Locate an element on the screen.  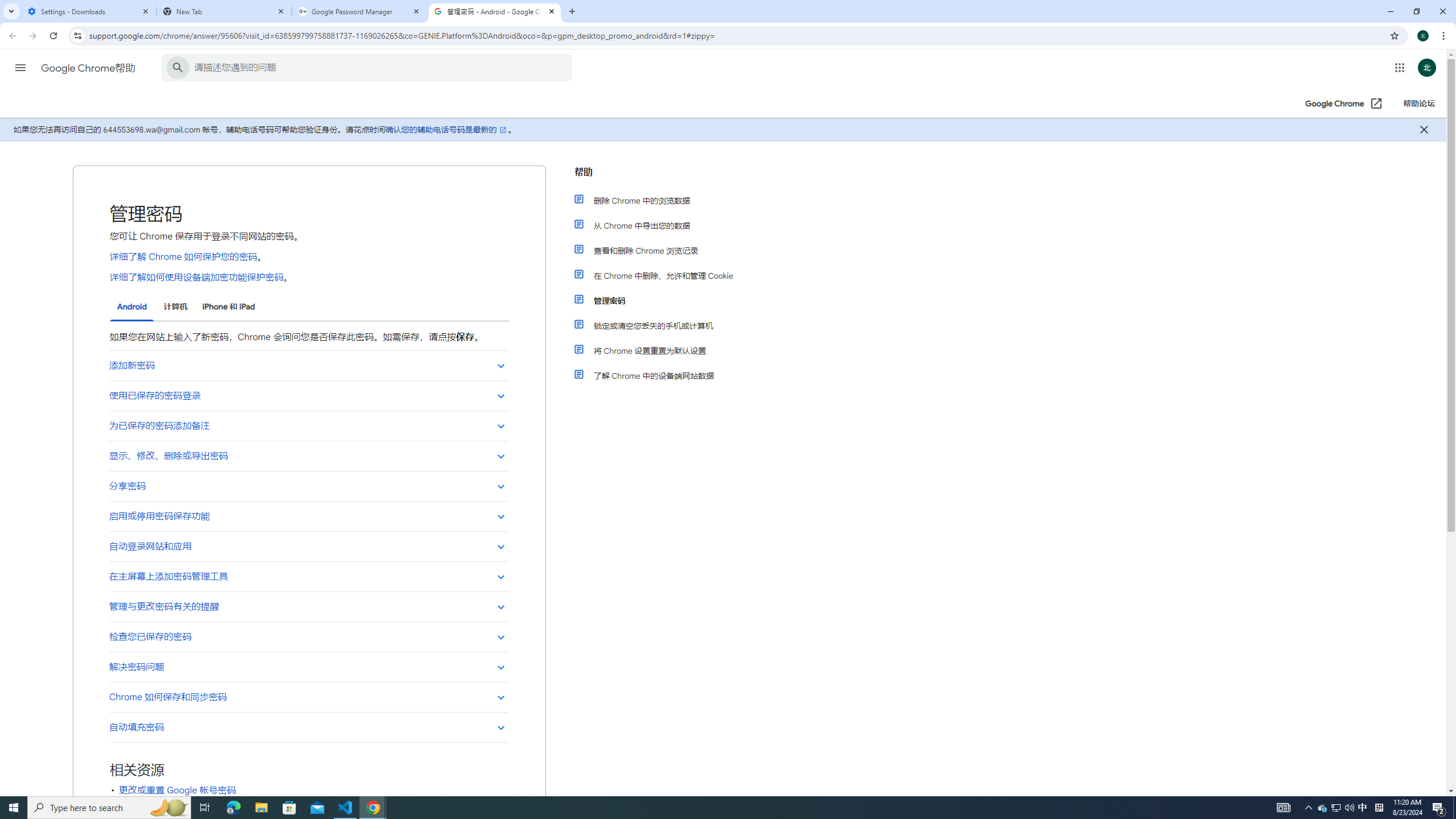
'Android' is located at coordinates (131, 307).